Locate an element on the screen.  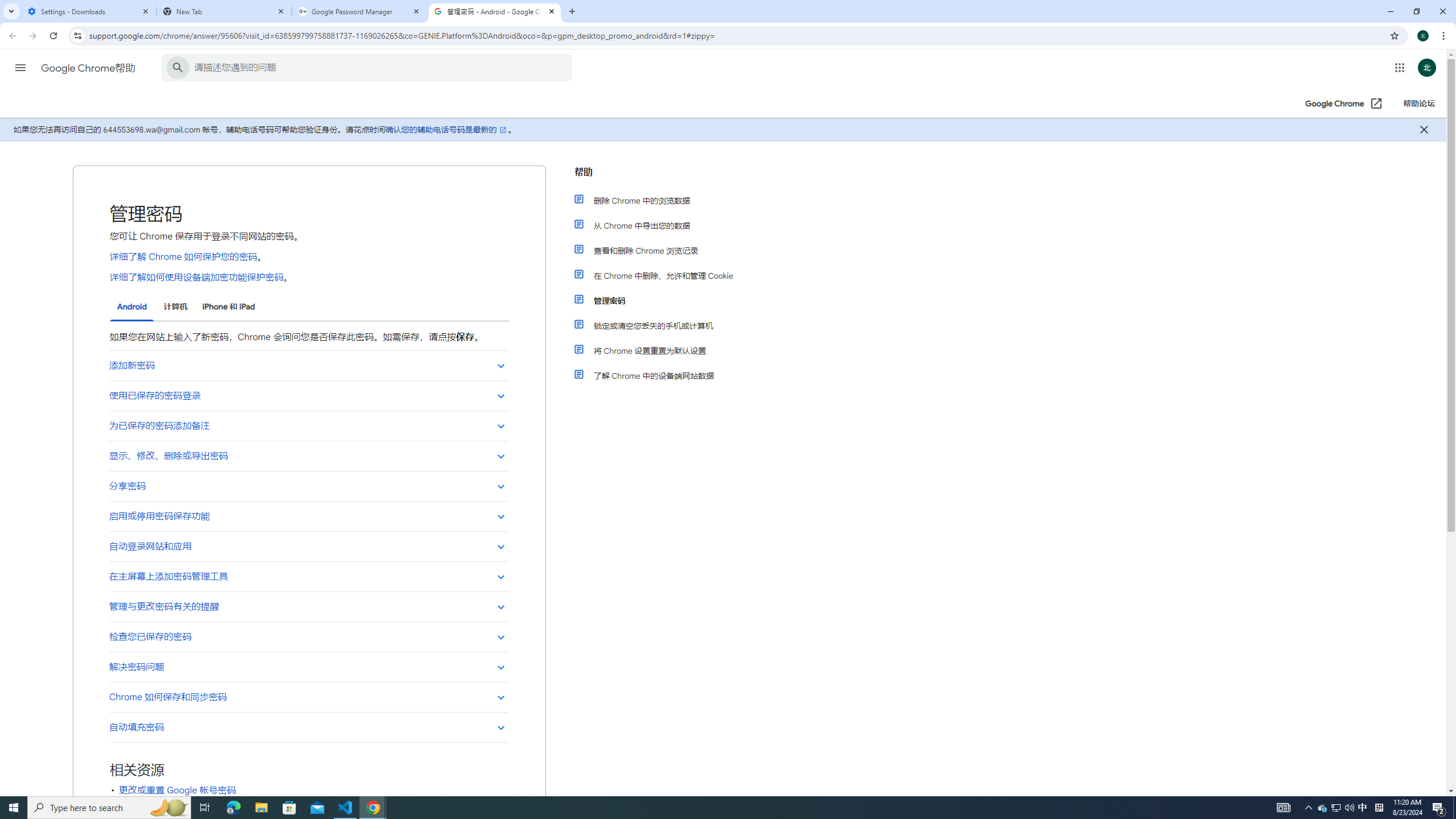
'Android' is located at coordinates (131, 307).